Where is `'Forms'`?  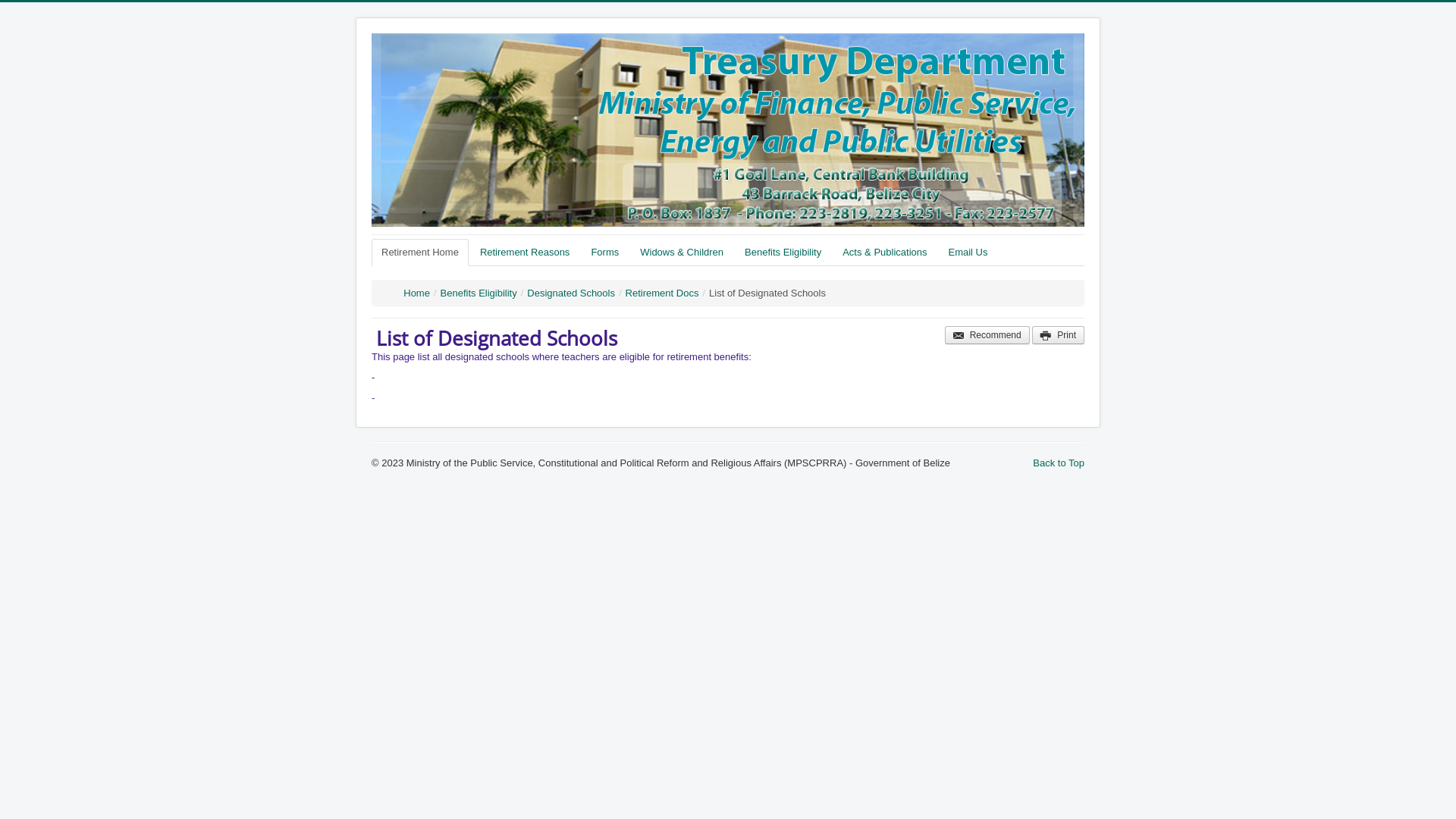 'Forms' is located at coordinates (604, 251).